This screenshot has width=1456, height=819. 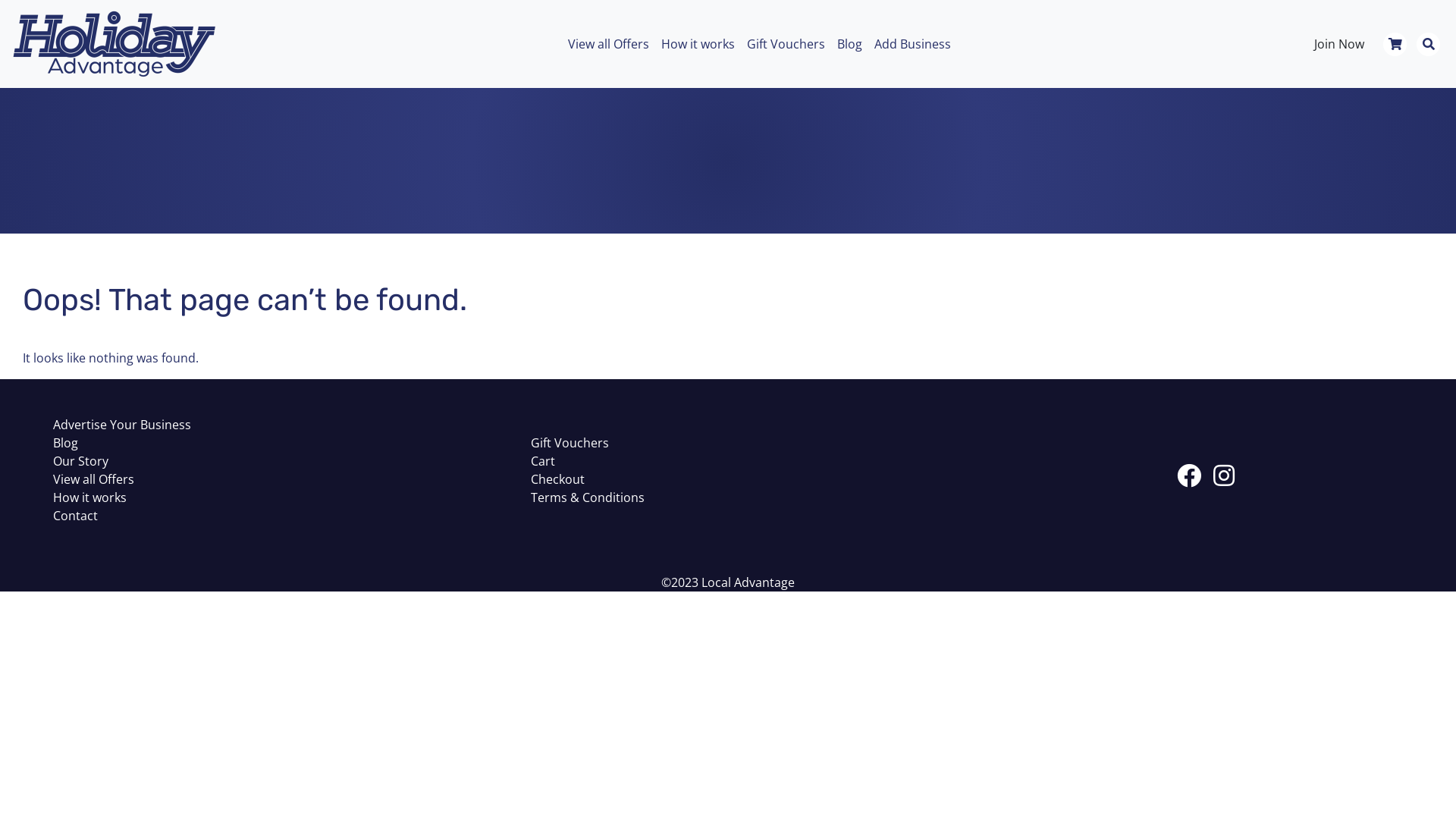 What do you see at coordinates (557, 479) in the screenshot?
I see `'Checkout'` at bounding box center [557, 479].